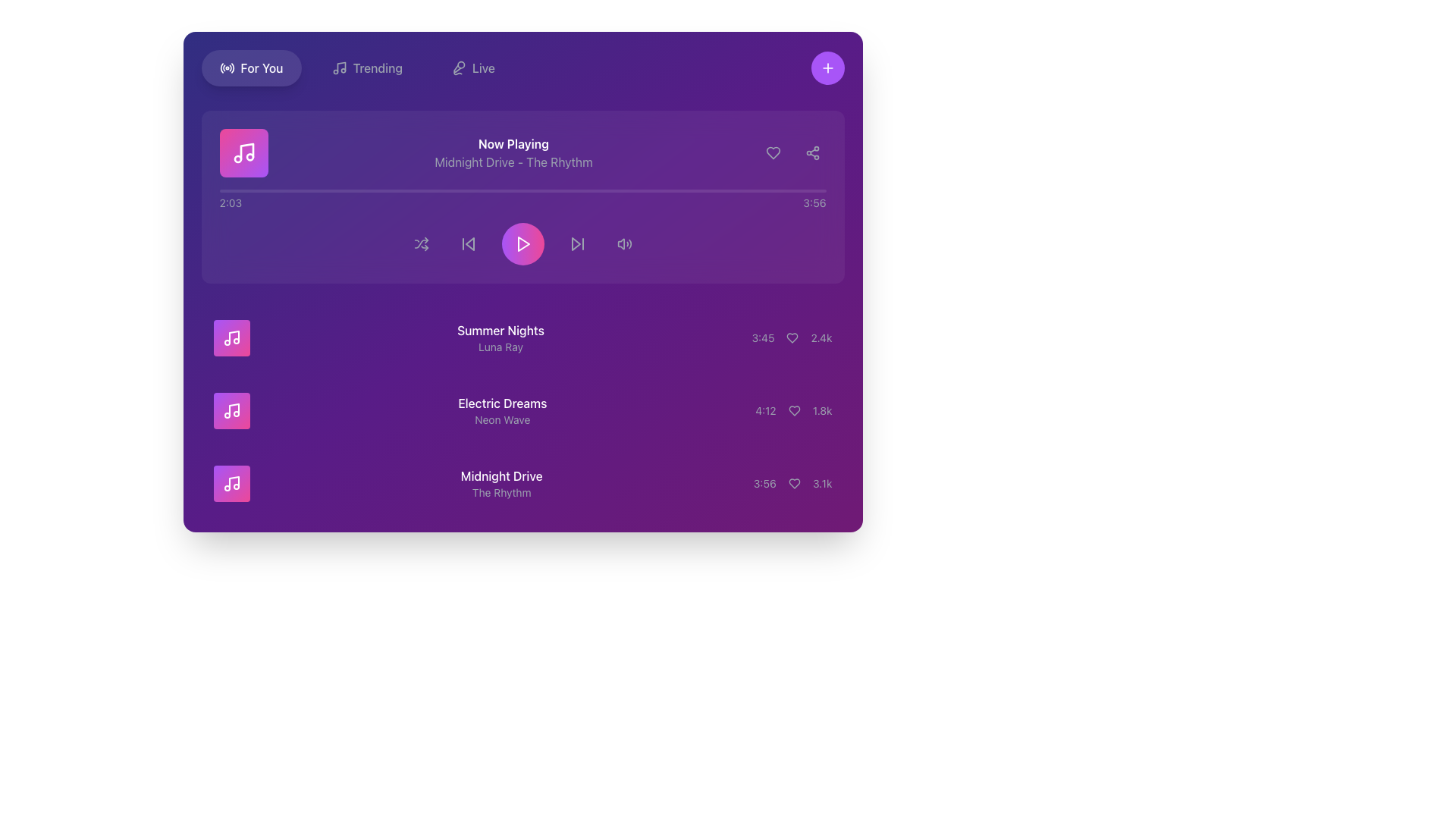 The image size is (1456, 819). Describe the element at coordinates (821, 483) in the screenshot. I see `the text label displaying '3.1k', which is styled with a light color on a dark background and is located next to the heart icon on the right side of the last row in the list` at that location.